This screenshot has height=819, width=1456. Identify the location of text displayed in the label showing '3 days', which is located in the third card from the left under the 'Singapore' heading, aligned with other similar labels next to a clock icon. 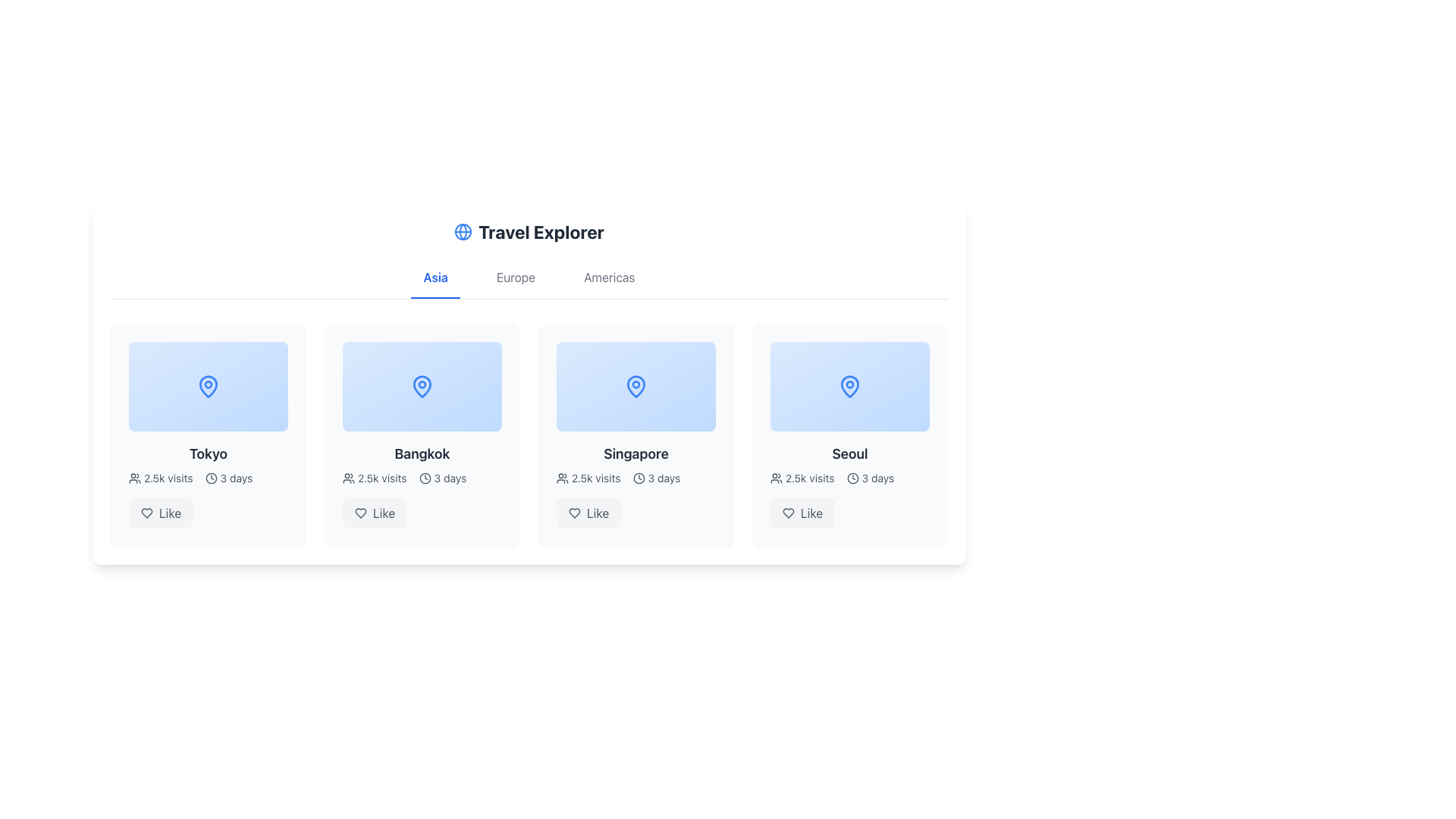
(664, 479).